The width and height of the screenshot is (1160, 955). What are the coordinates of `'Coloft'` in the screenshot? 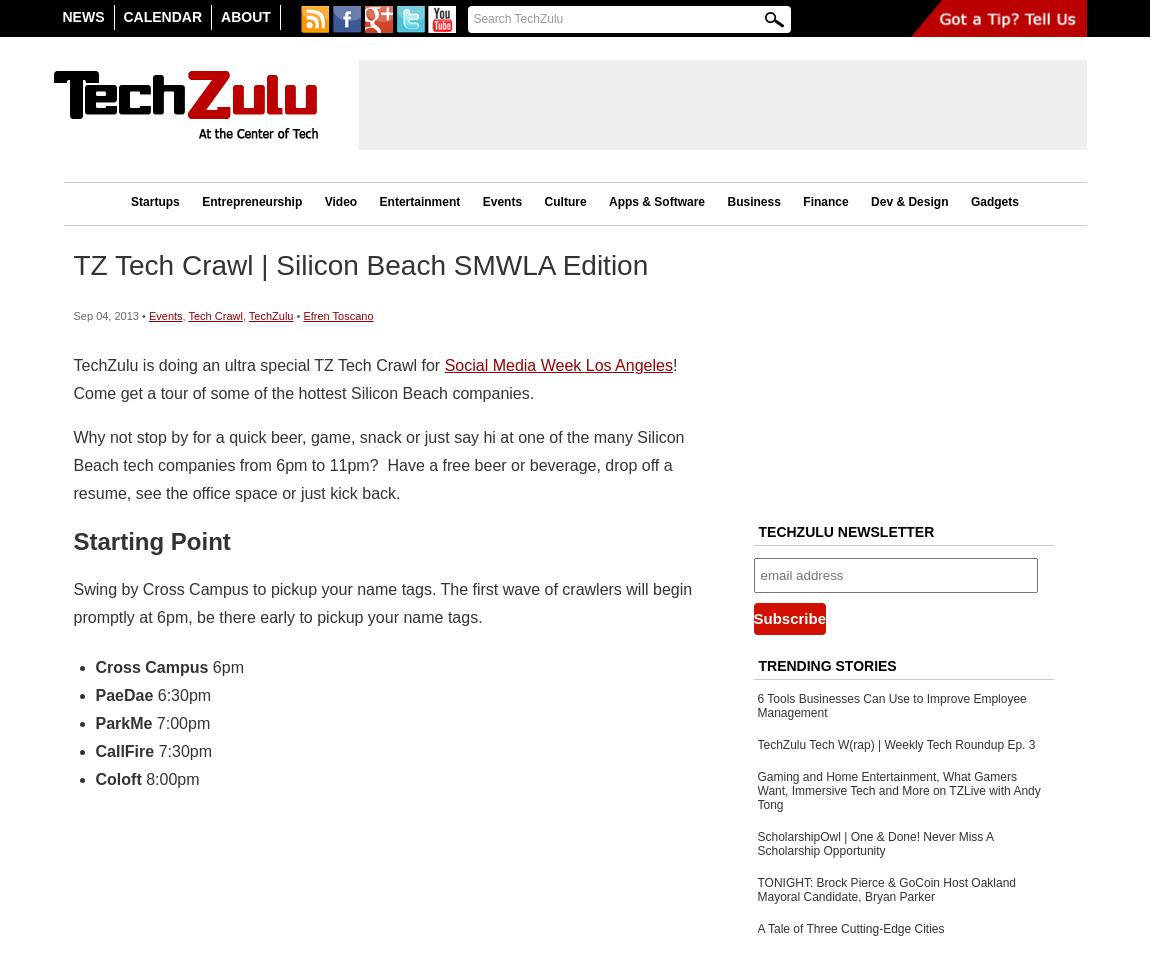 It's located at (116, 777).